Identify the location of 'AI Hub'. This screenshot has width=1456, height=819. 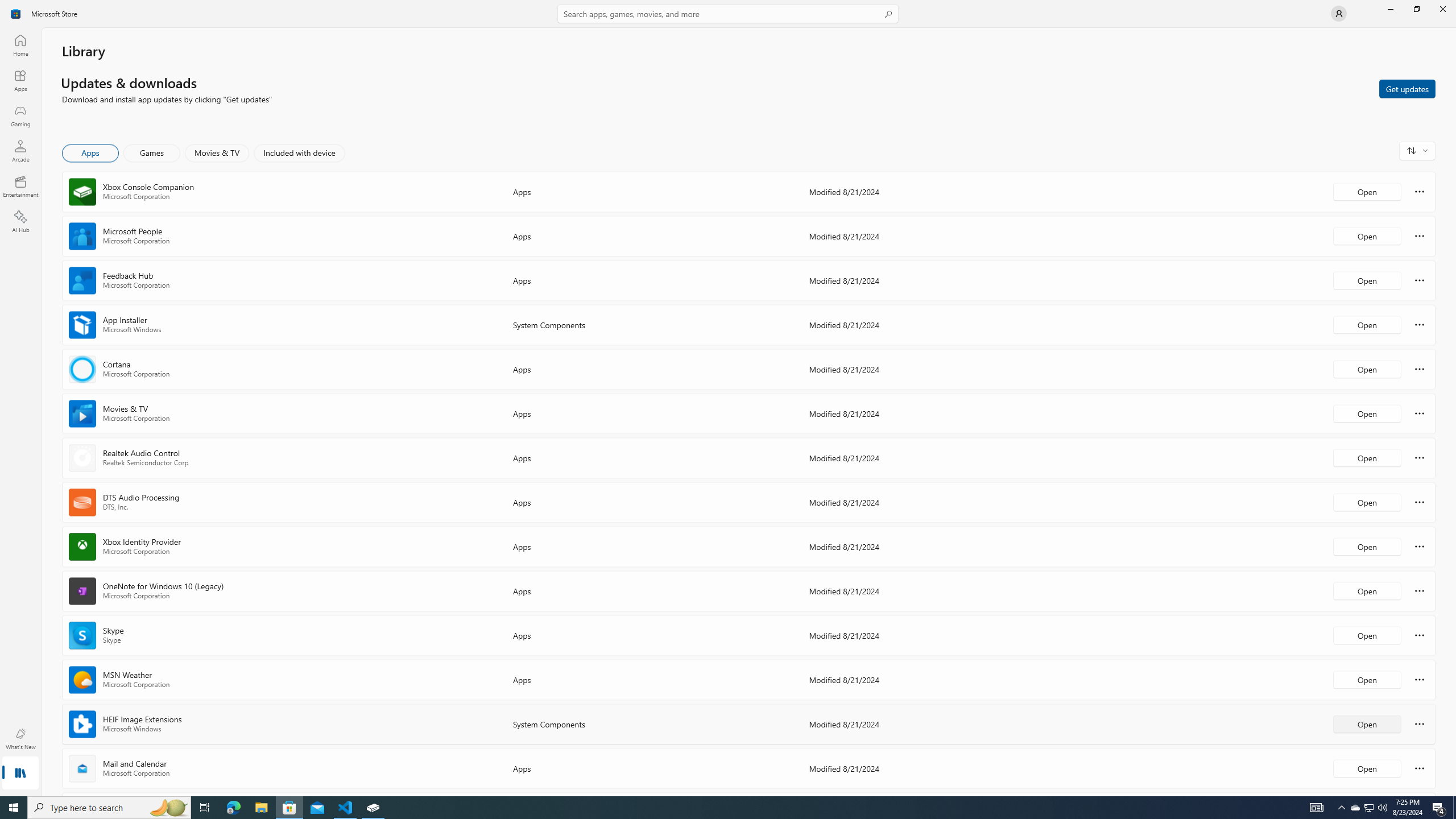
(19, 221).